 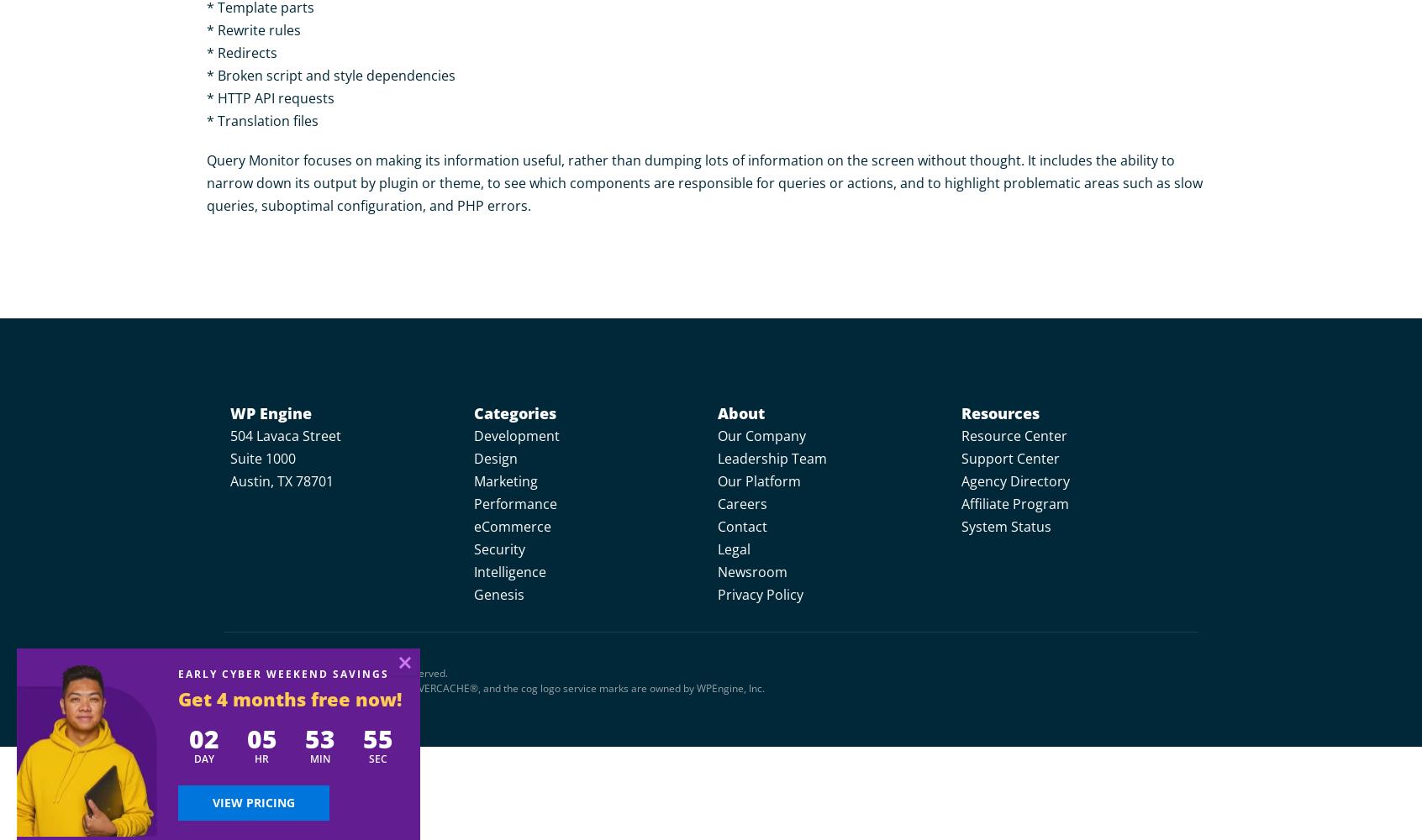 I want to click on 'eCommerce', so click(x=473, y=527).